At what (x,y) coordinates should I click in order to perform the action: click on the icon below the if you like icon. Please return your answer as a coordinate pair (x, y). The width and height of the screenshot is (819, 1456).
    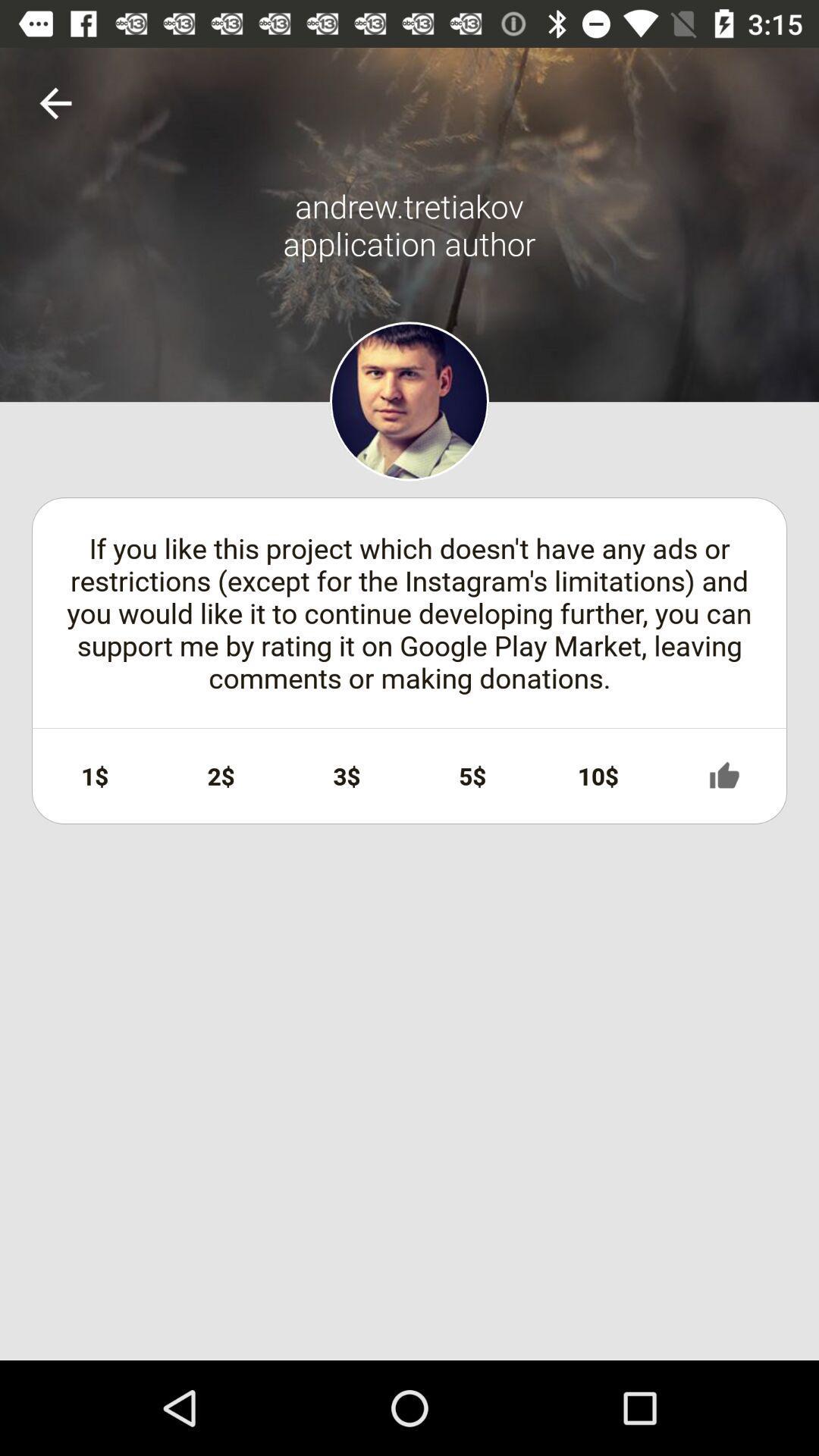
    Looking at the image, I should click on (95, 776).